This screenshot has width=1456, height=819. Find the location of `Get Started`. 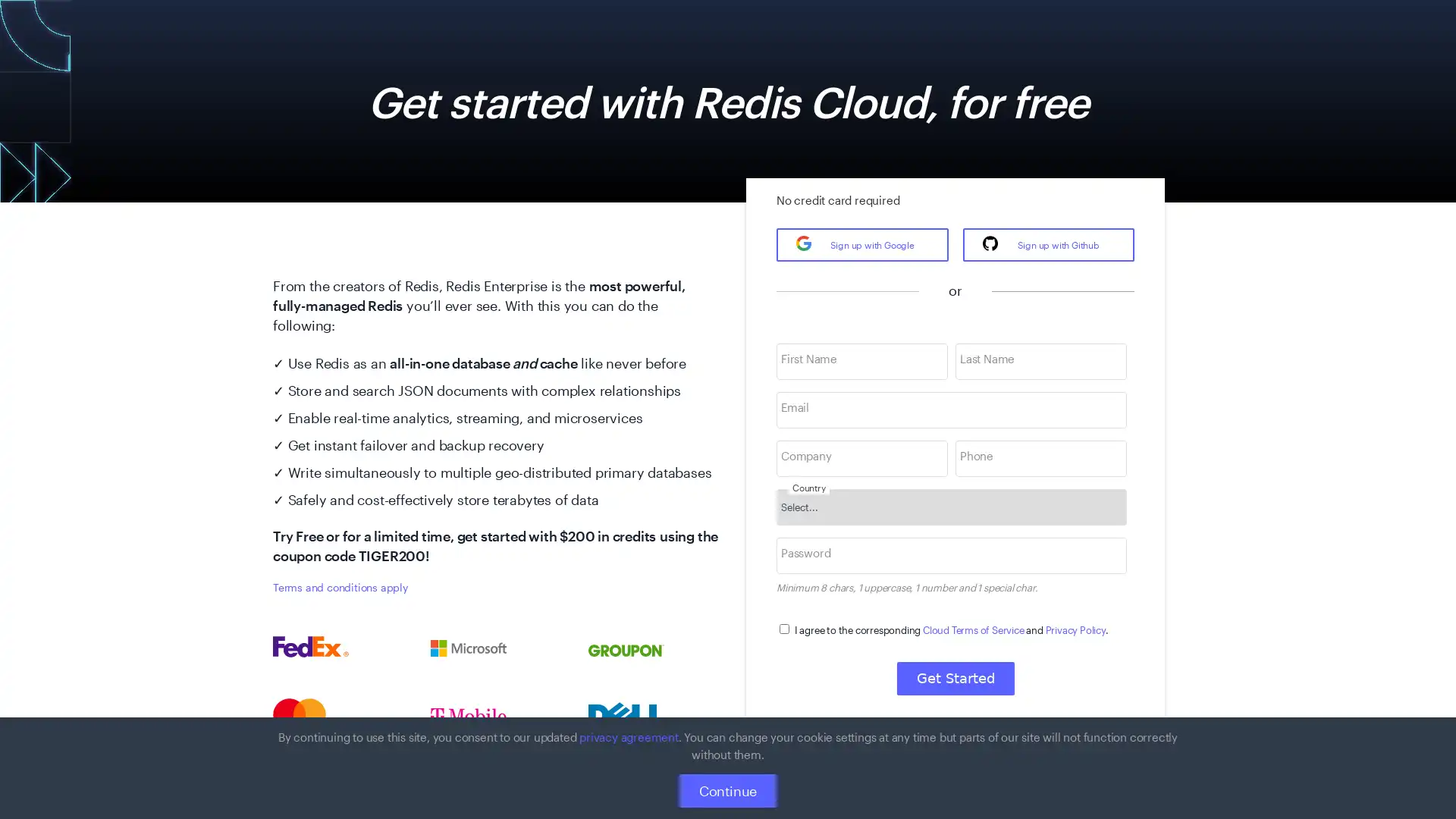

Get Started is located at coordinates (954, 677).